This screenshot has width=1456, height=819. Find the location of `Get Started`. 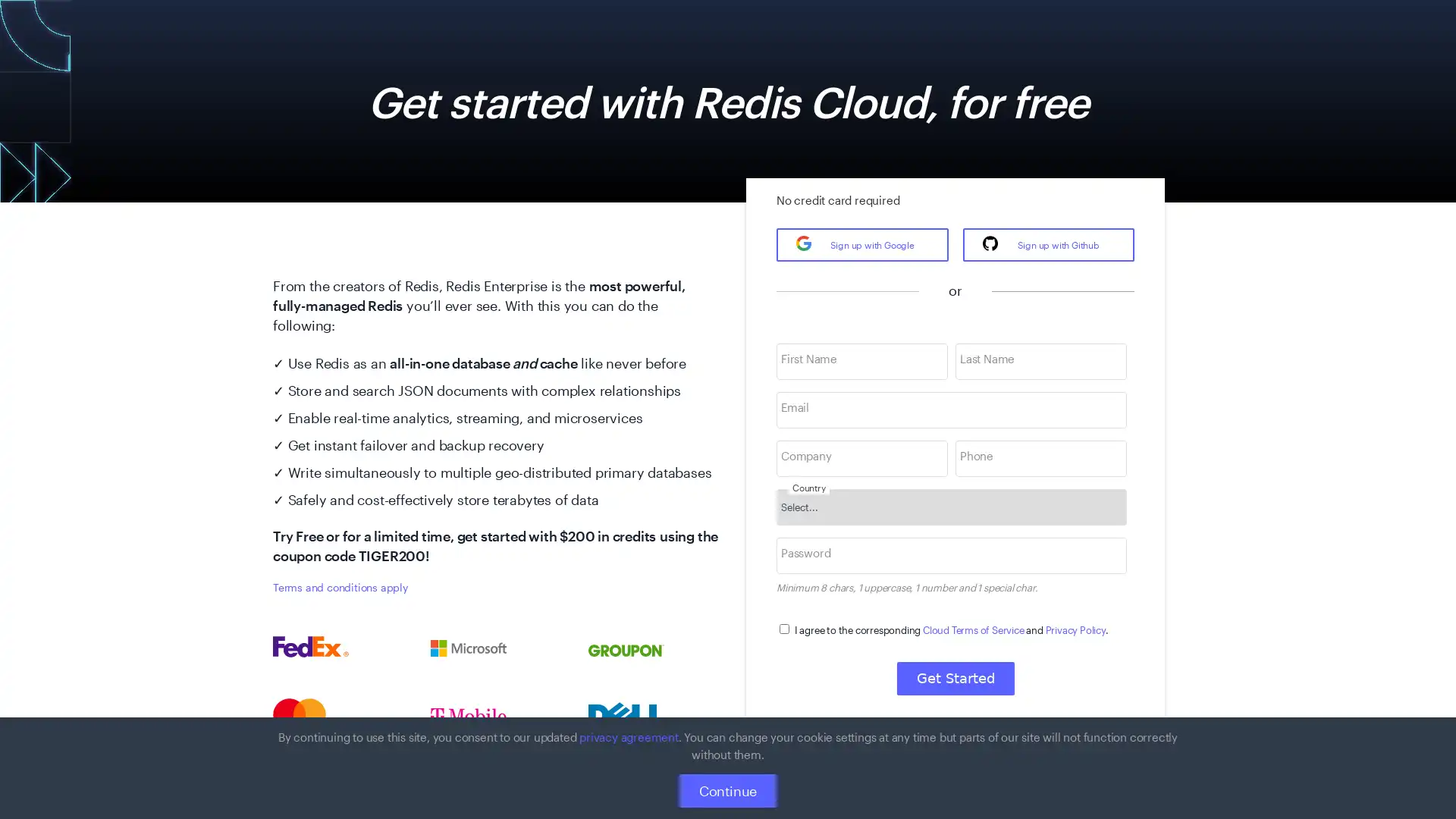

Get Started is located at coordinates (954, 677).